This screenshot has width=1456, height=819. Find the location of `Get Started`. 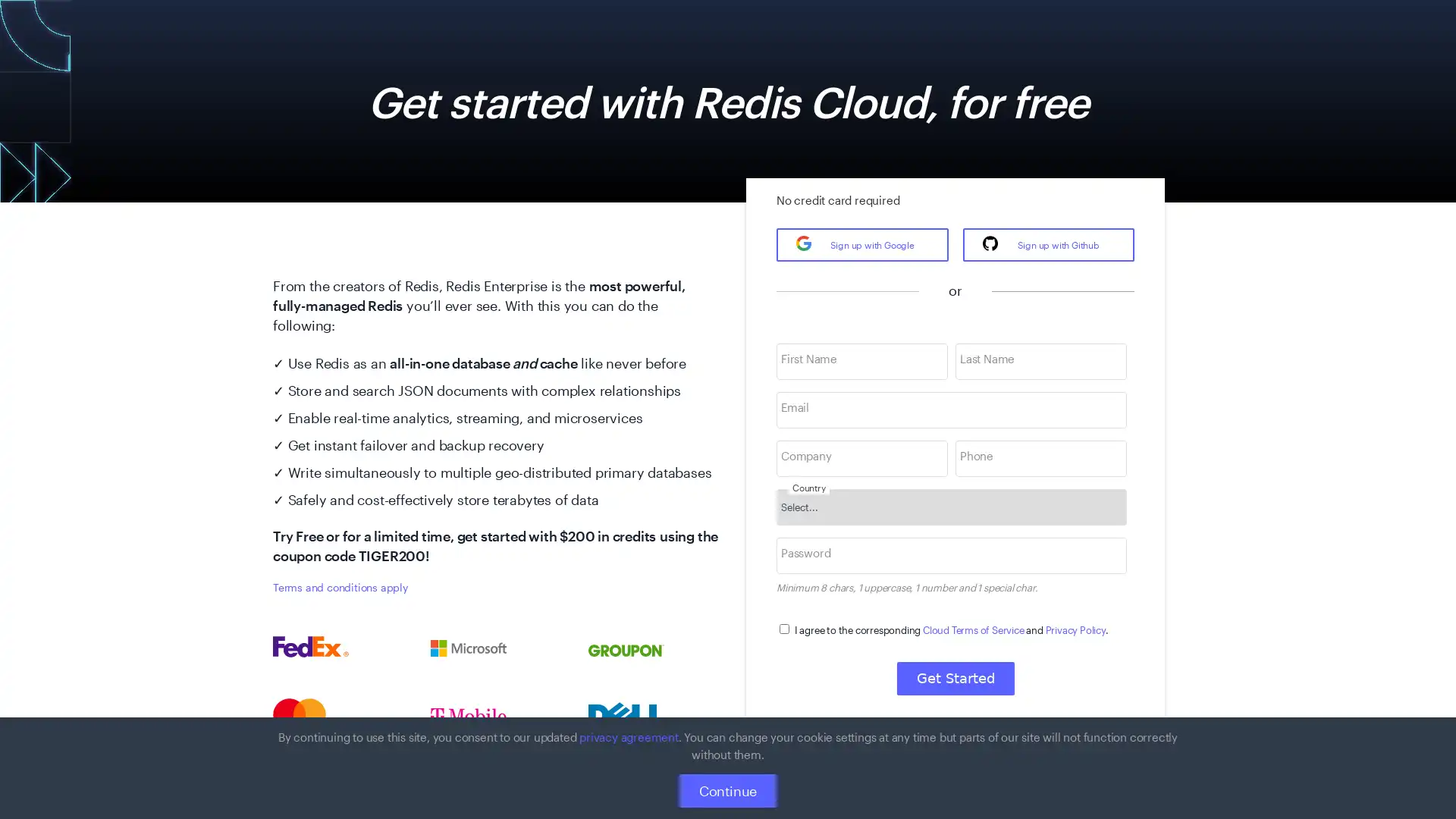

Get Started is located at coordinates (954, 677).